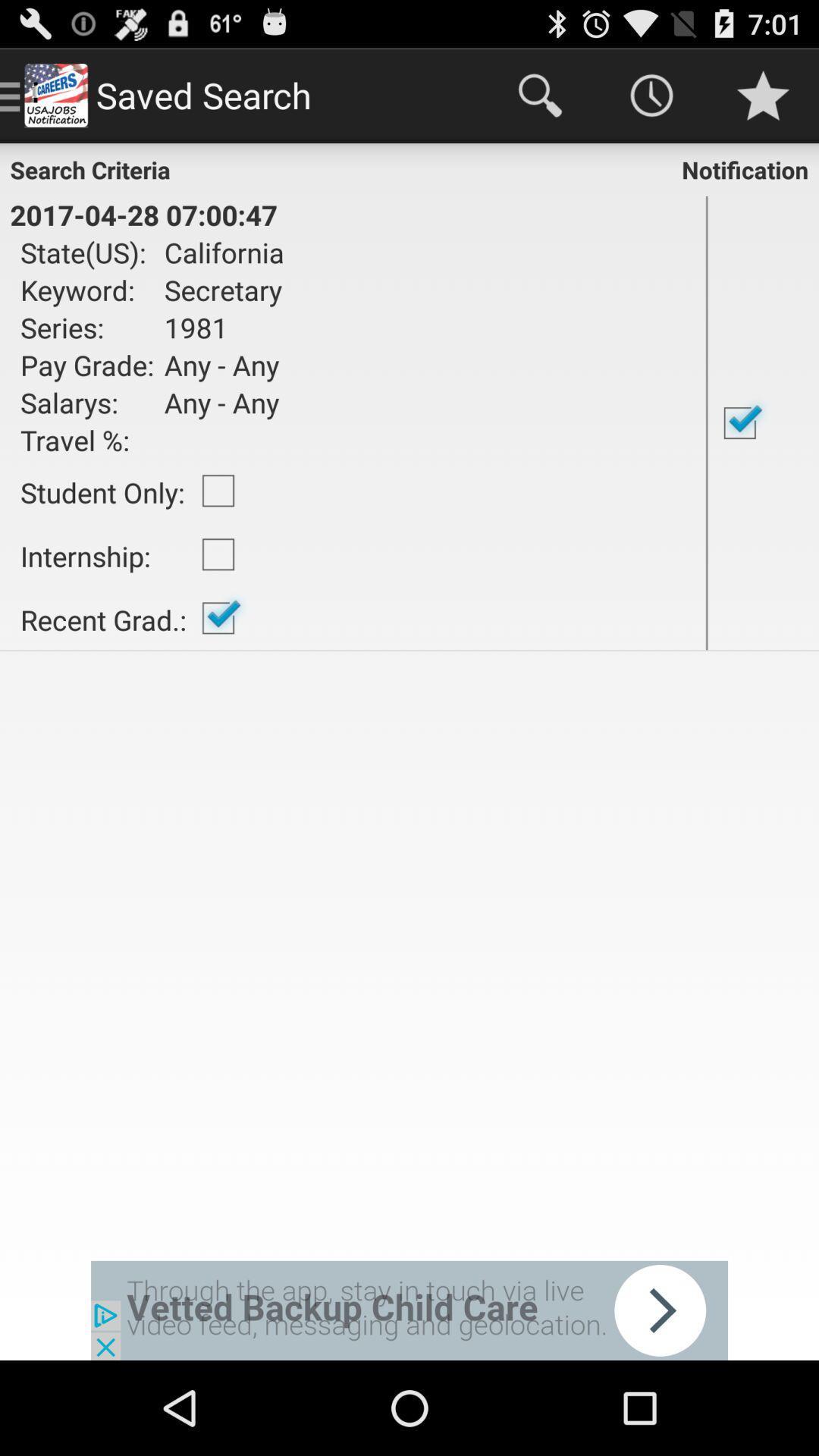 The image size is (819, 1456). What do you see at coordinates (143, 214) in the screenshot?
I see `icon next to notification app` at bounding box center [143, 214].